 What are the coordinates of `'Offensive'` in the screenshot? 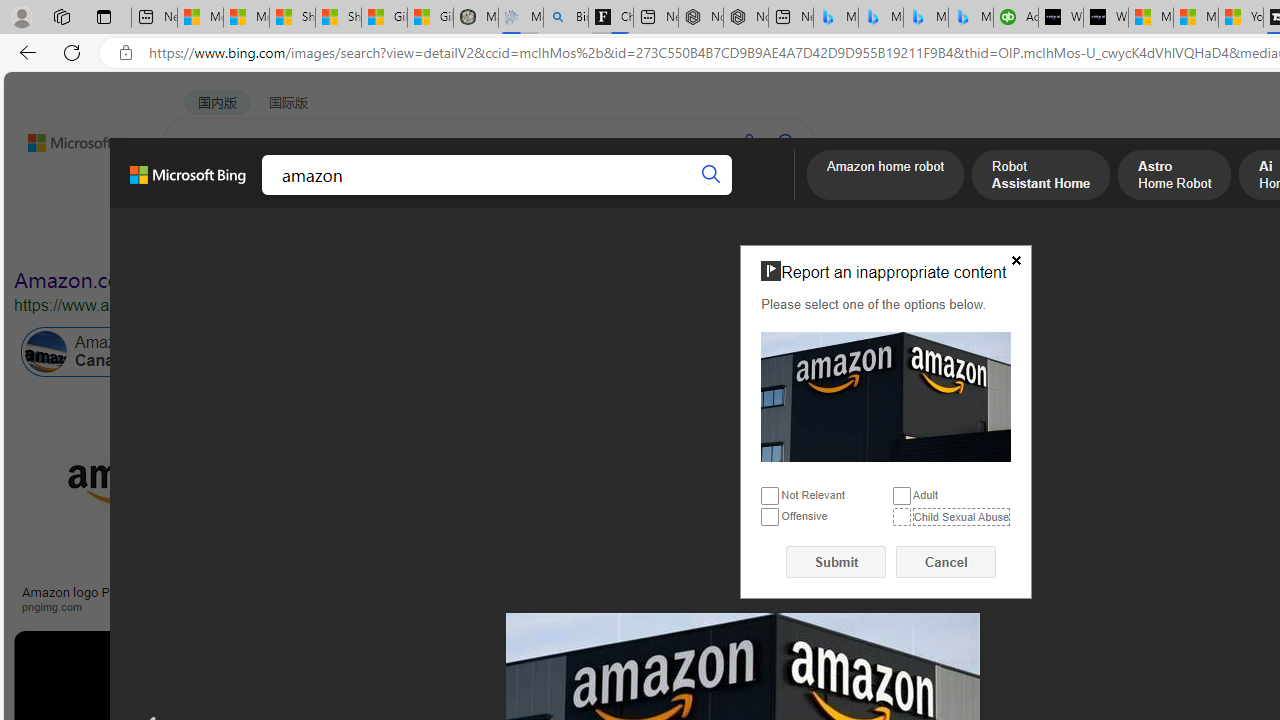 It's located at (769, 516).